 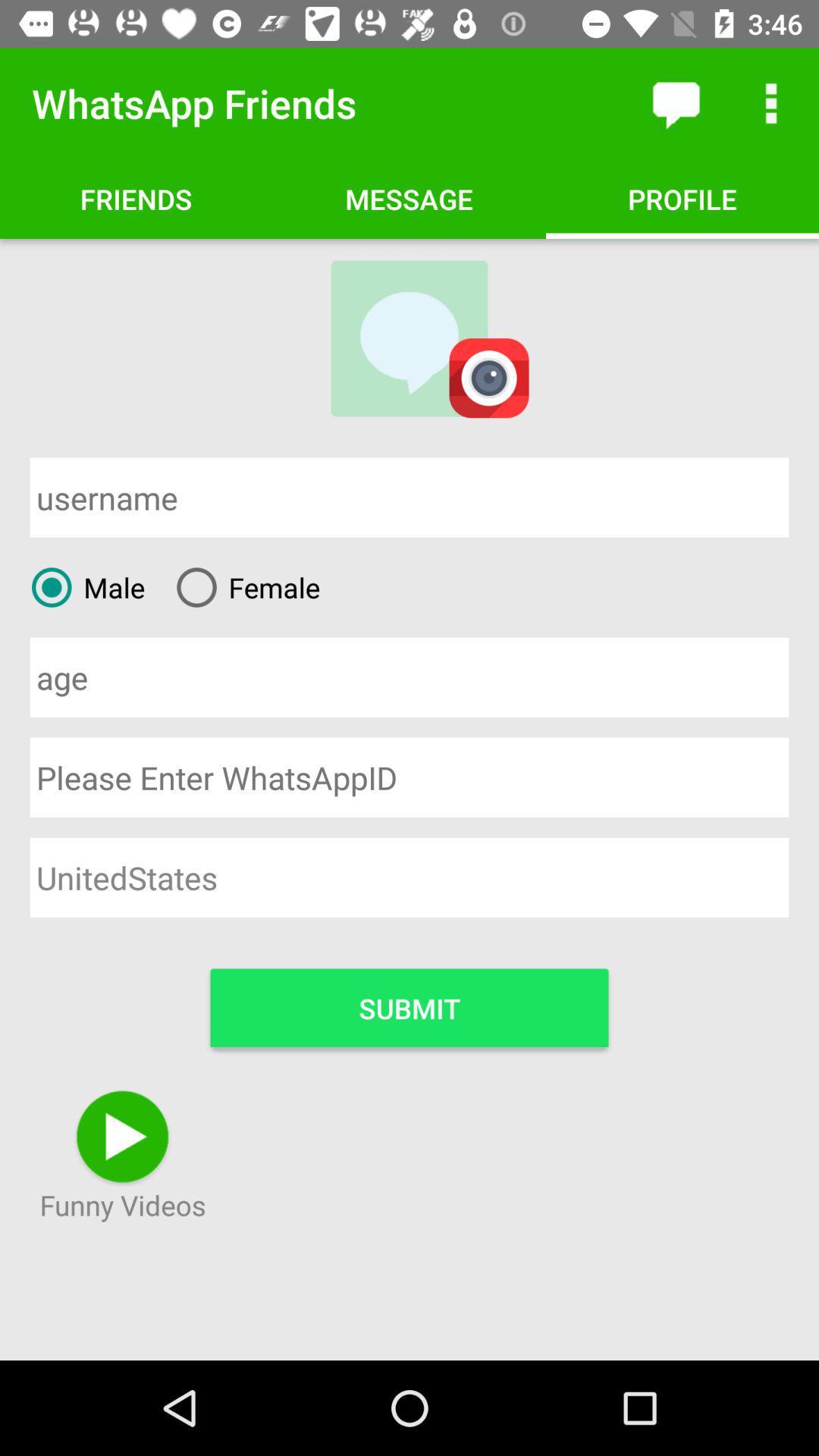 I want to click on more info, so click(x=771, y=102).